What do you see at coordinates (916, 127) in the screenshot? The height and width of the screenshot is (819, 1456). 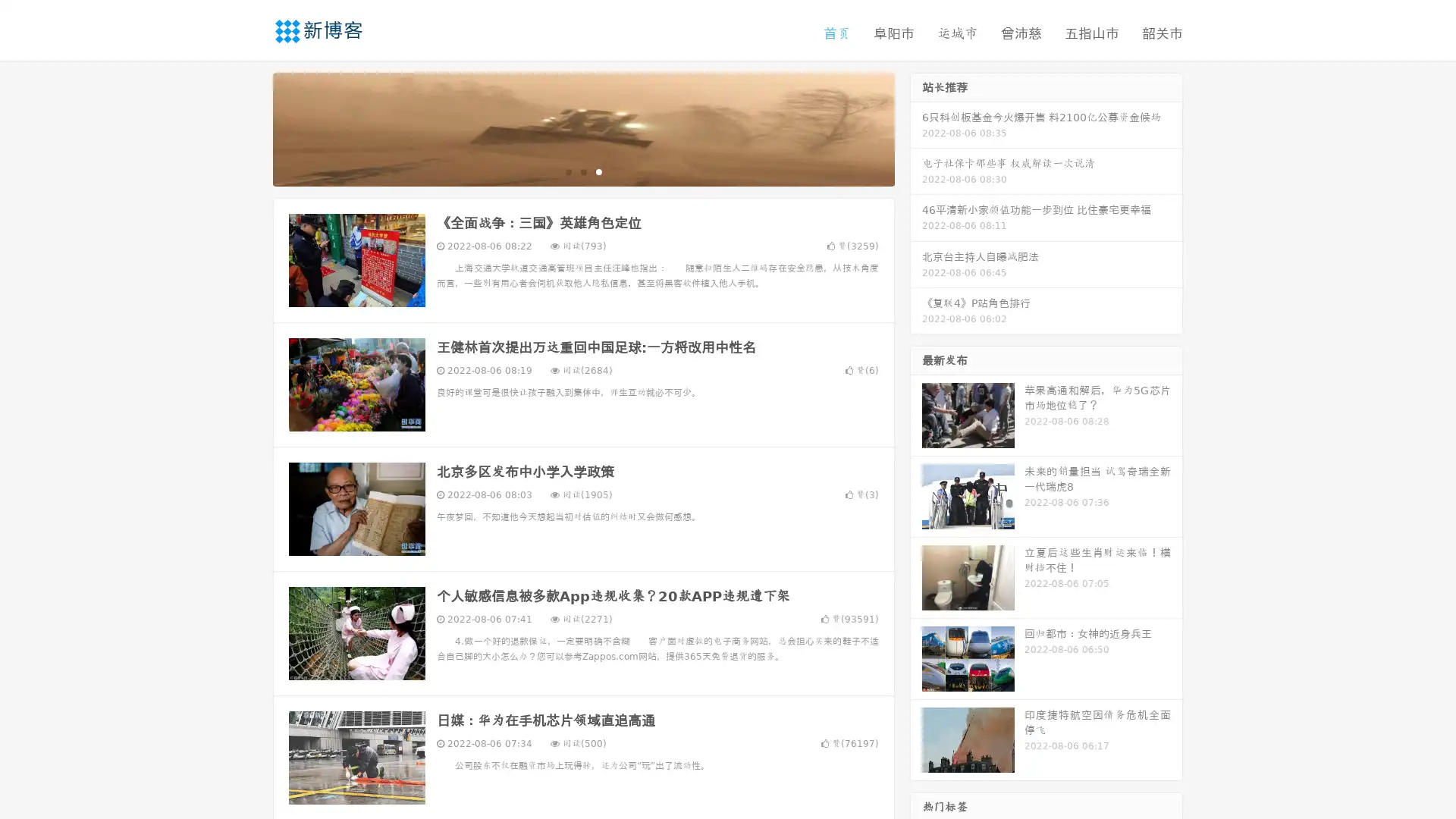 I see `Next slide` at bounding box center [916, 127].